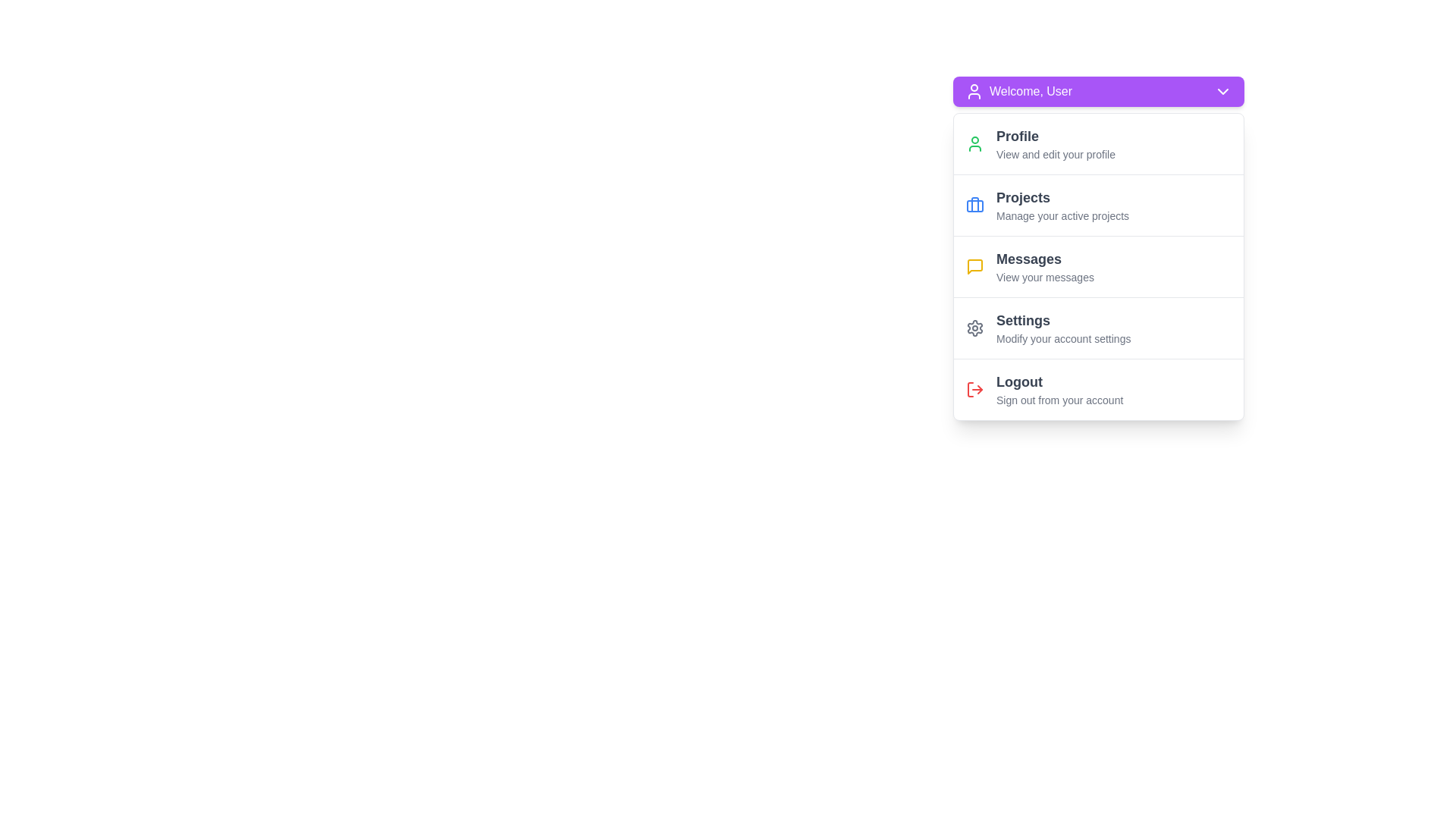  I want to click on the rounded rectangular shape of the SVG icon resembling a briefcase located within the 'Projects' dropdown menu, so click(975, 206).